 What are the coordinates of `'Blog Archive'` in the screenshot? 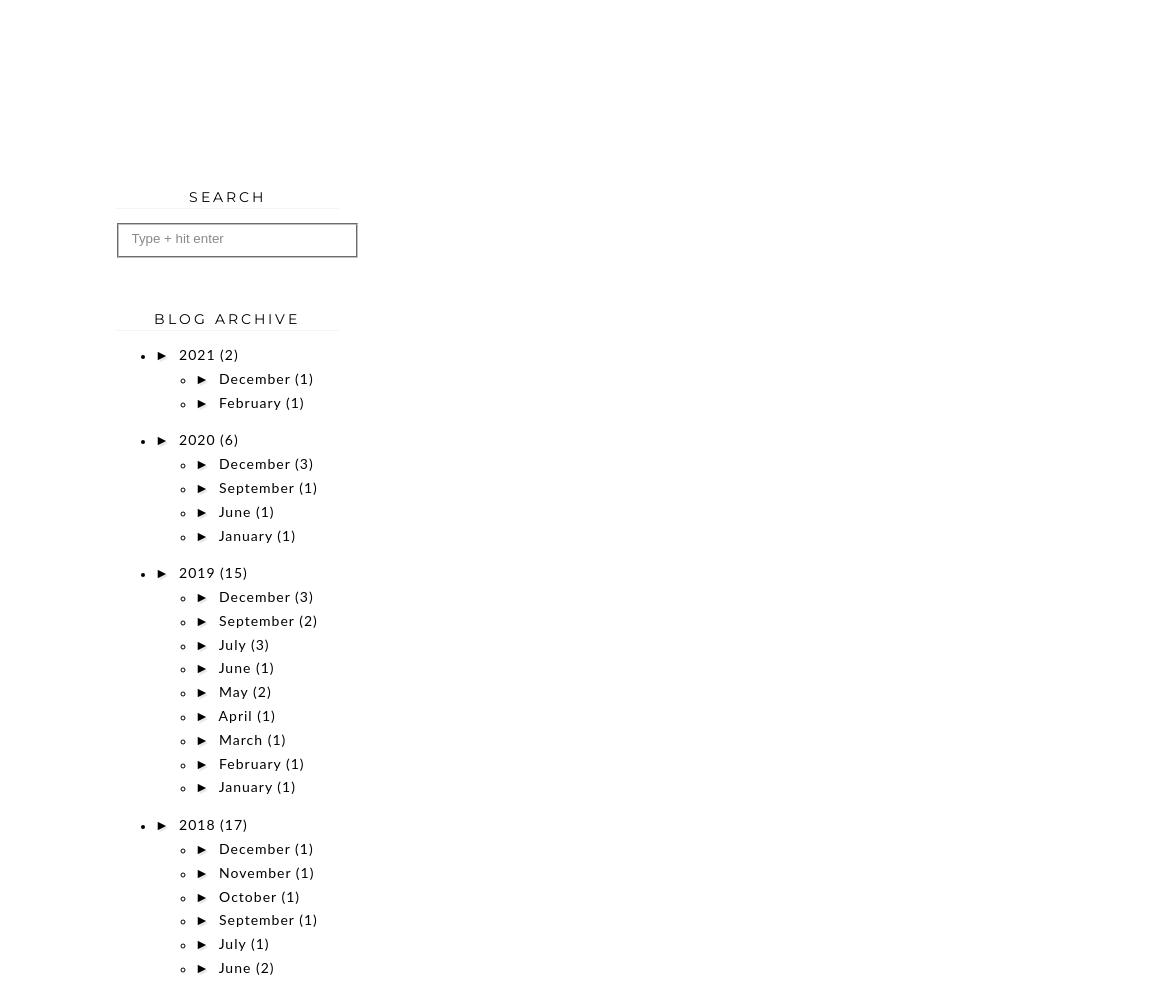 It's located at (226, 317).